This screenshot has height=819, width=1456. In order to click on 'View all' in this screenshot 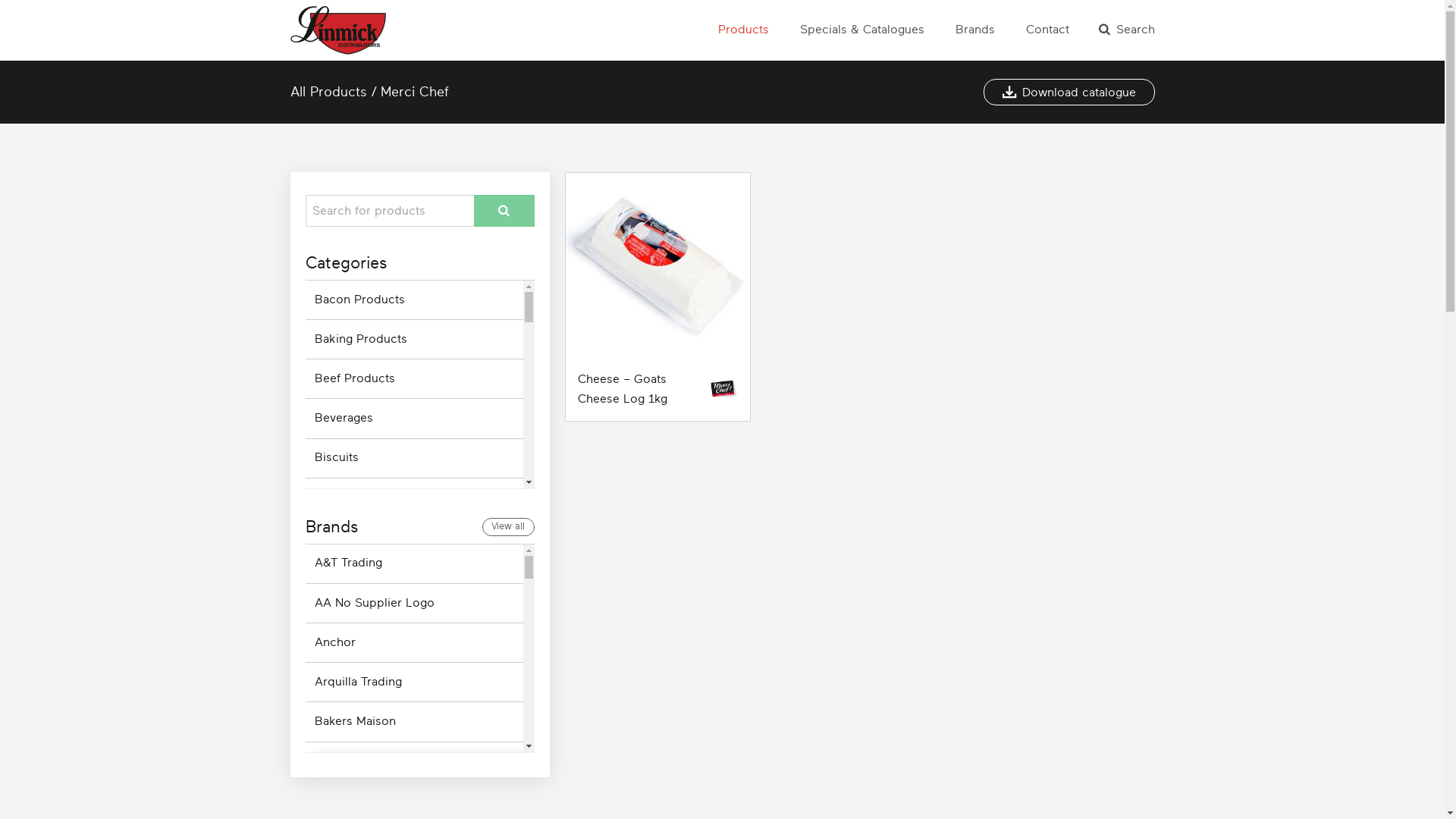, I will do `click(481, 526)`.